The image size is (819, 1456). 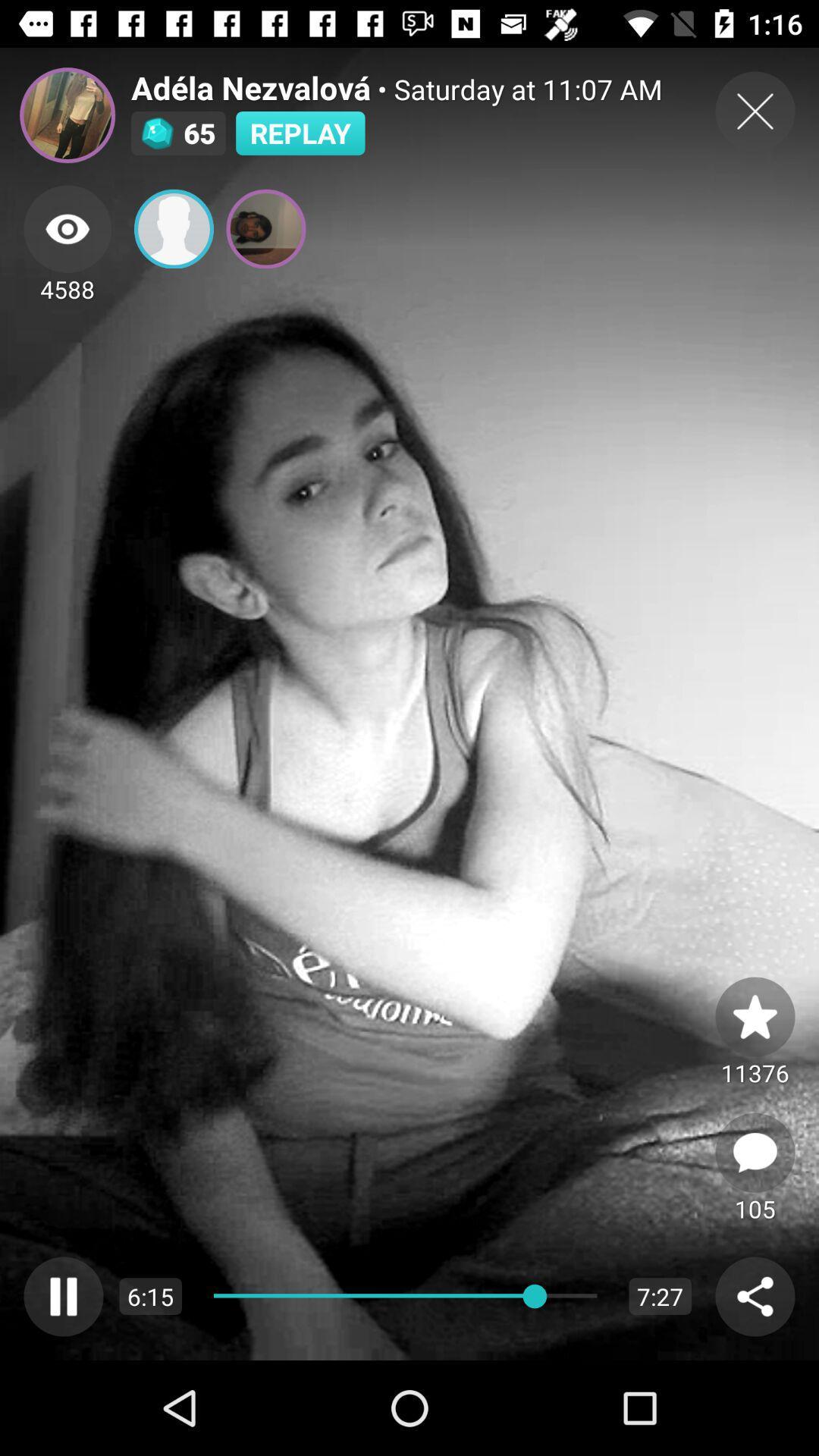 What do you see at coordinates (755, 1153) in the screenshot?
I see `open comments` at bounding box center [755, 1153].